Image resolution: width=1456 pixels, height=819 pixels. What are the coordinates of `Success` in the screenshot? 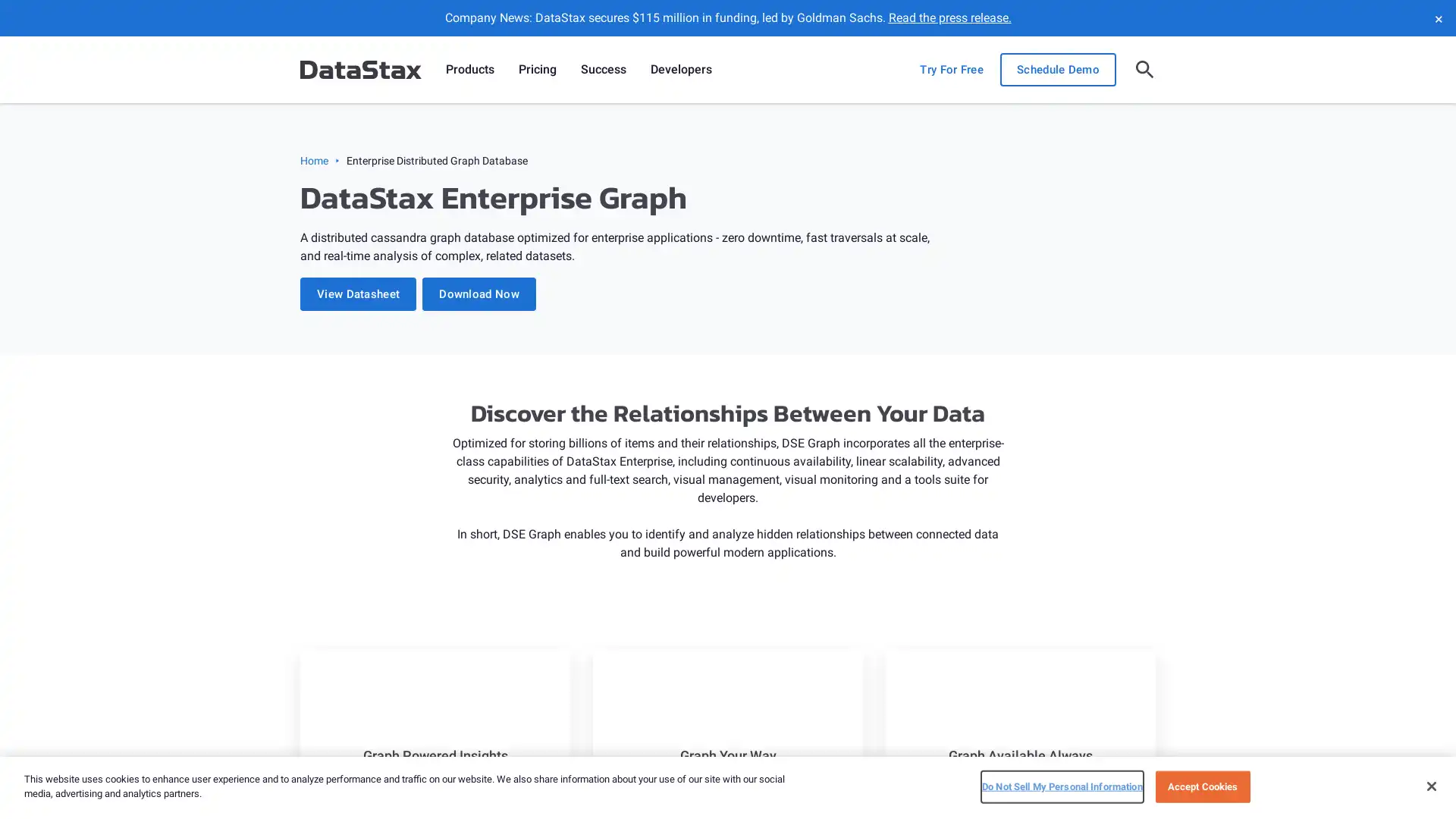 It's located at (603, 70).